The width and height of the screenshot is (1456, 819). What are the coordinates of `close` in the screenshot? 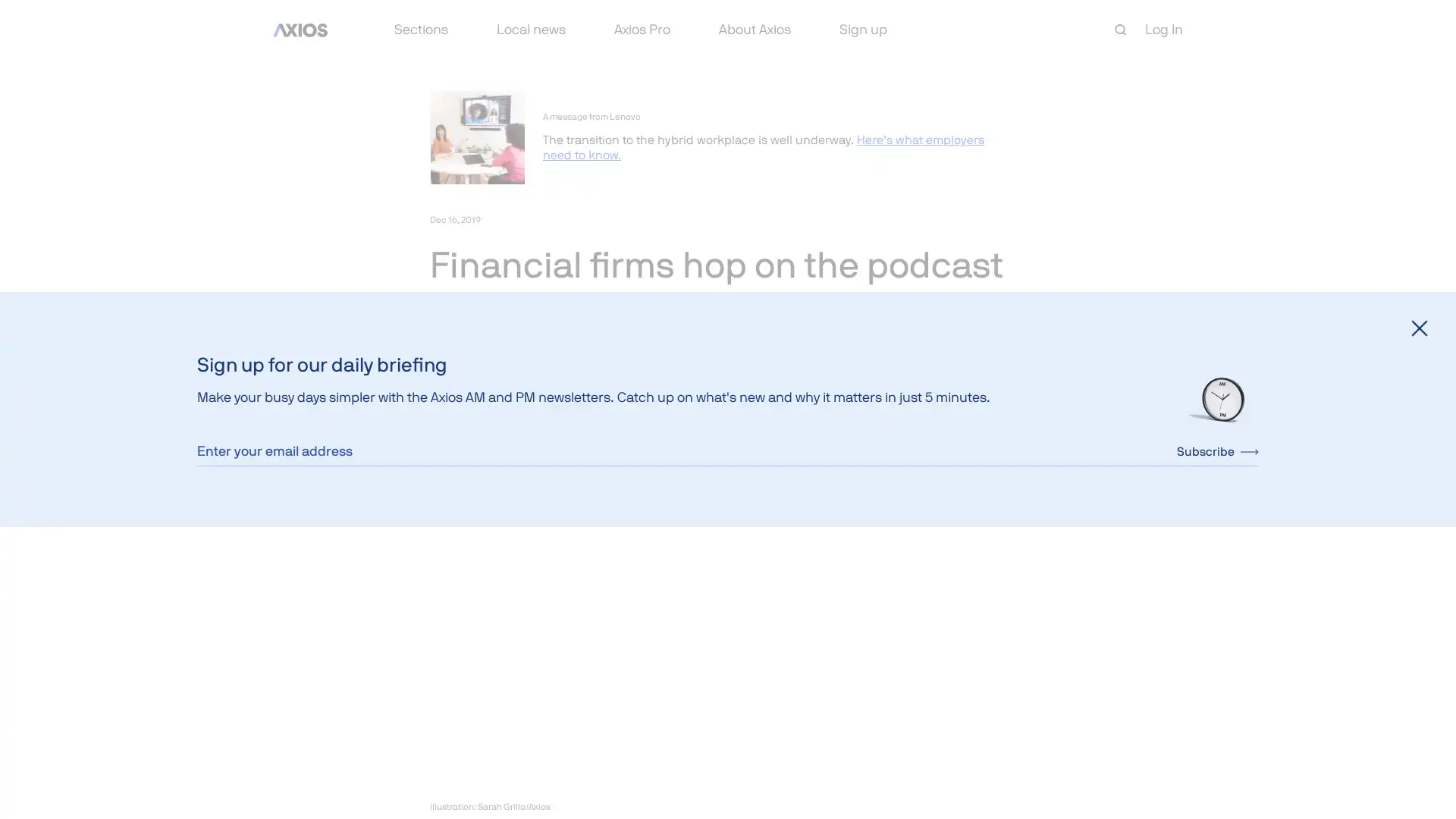 It's located at (1419, 327).